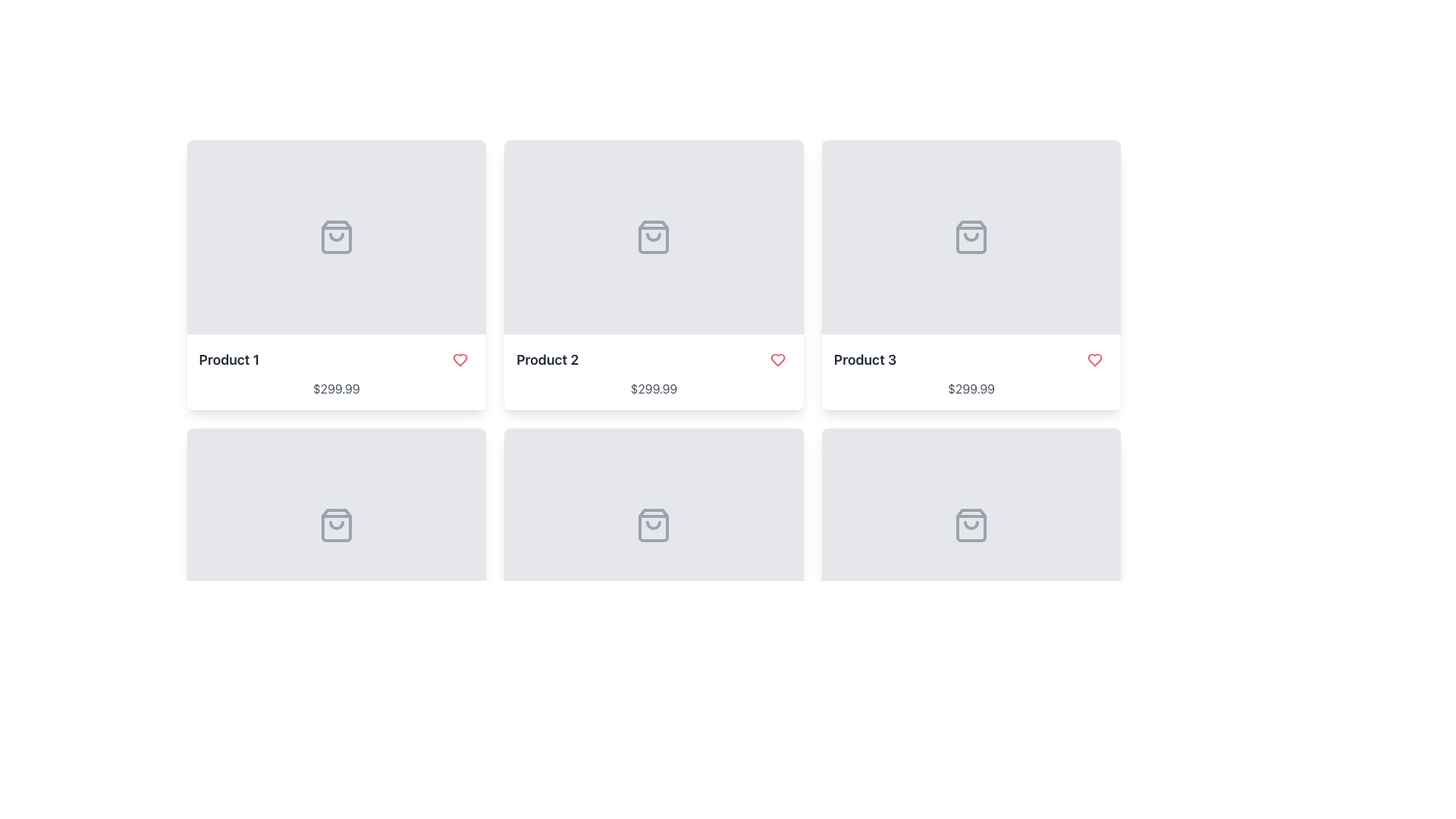 Image resolution: width=1456 pixels, height=819 pixels. What do you see at coordinates (1095, 359) in the screenshot?
I see `the heart button located in the top-right corner of the 'Product 3' card to favorite the product` at bounding box center [1095, 359].